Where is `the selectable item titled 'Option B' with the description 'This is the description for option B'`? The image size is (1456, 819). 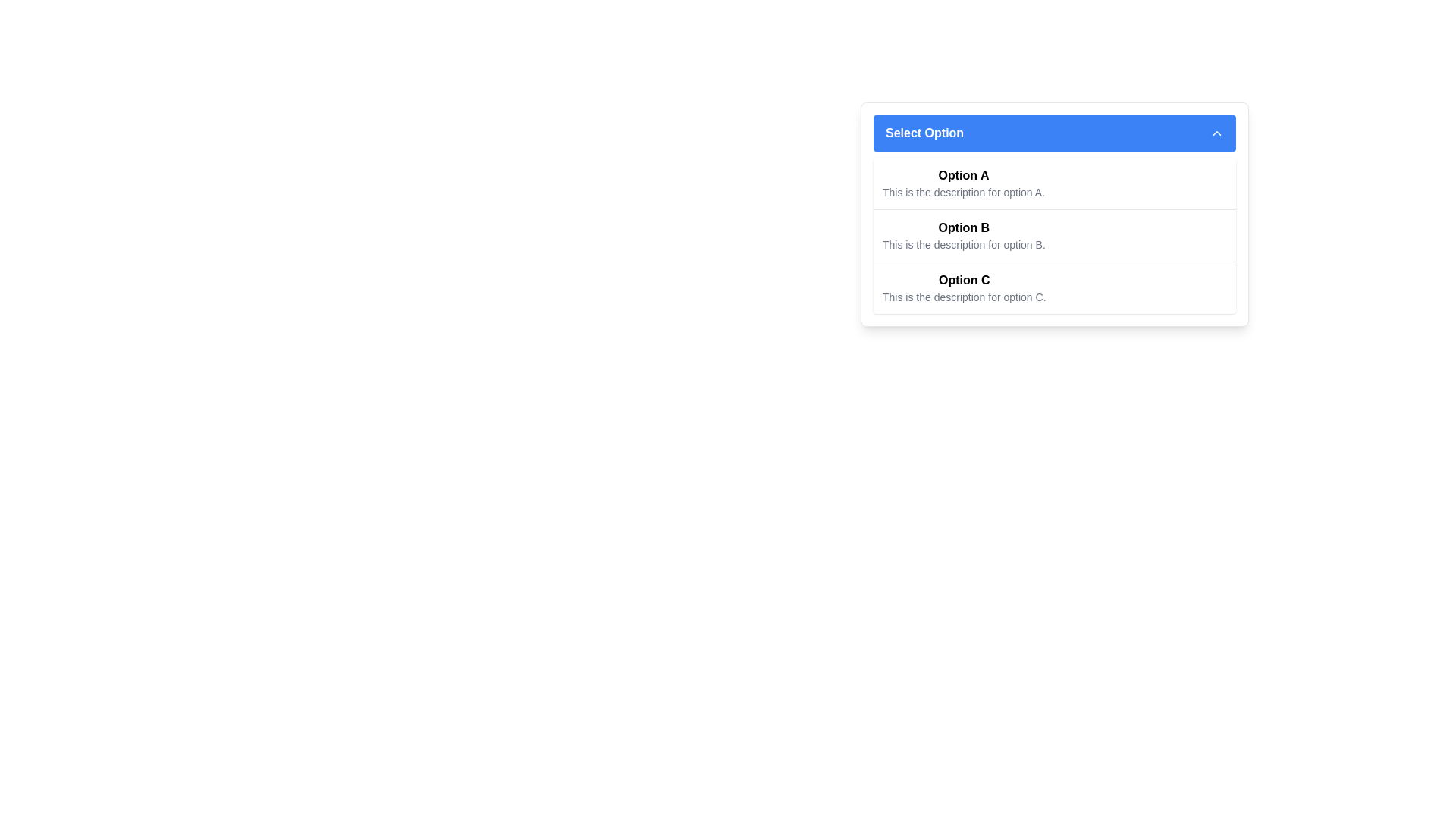
the selectable item titled 'Option B' with the description 'This is the description for option B' is located at coordinates (963, 236).